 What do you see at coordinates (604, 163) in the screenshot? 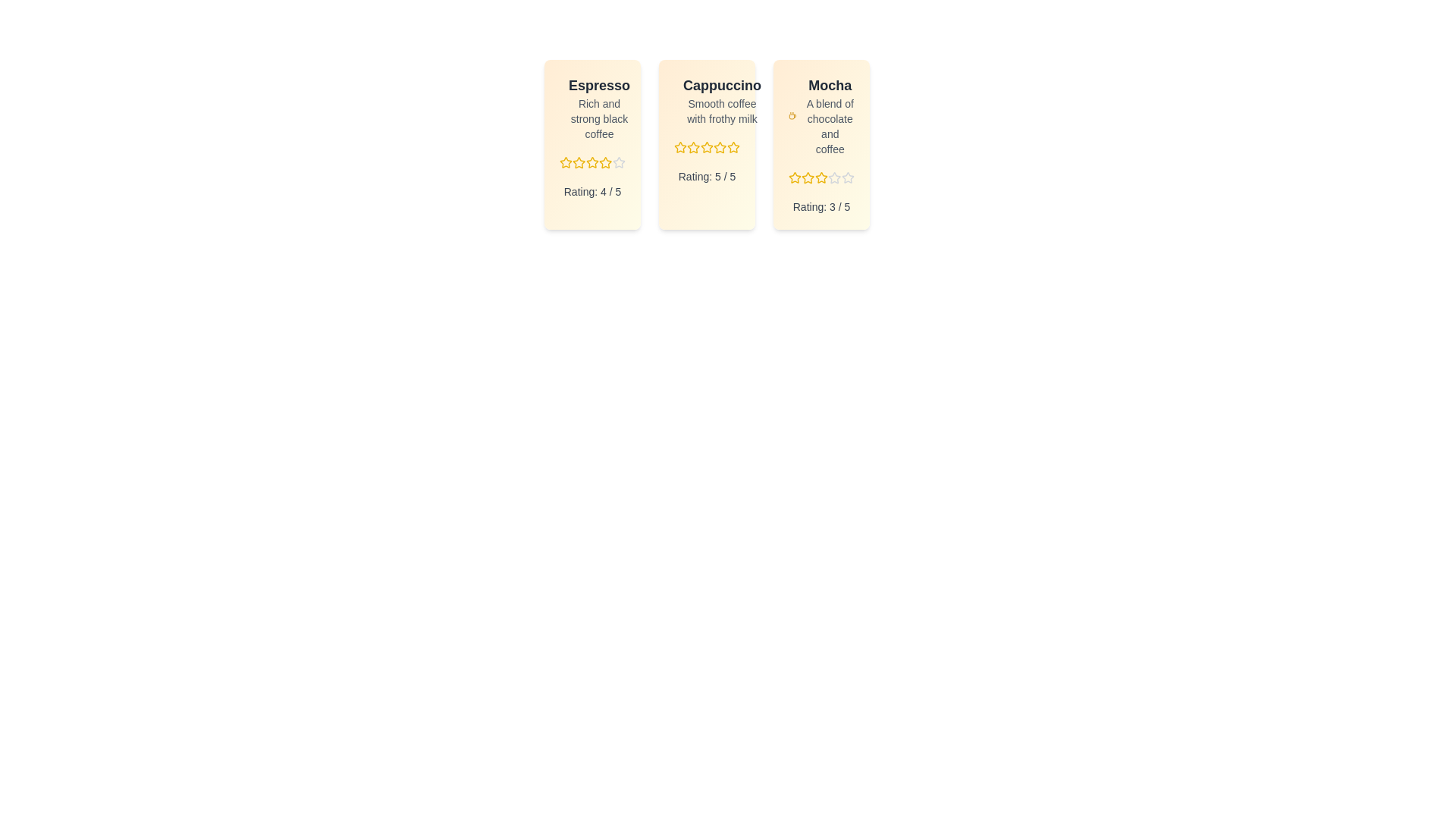
I see `the rating for a menu item to 4 stars by clicking on the corresponding star` at bounding box center [604, 163].